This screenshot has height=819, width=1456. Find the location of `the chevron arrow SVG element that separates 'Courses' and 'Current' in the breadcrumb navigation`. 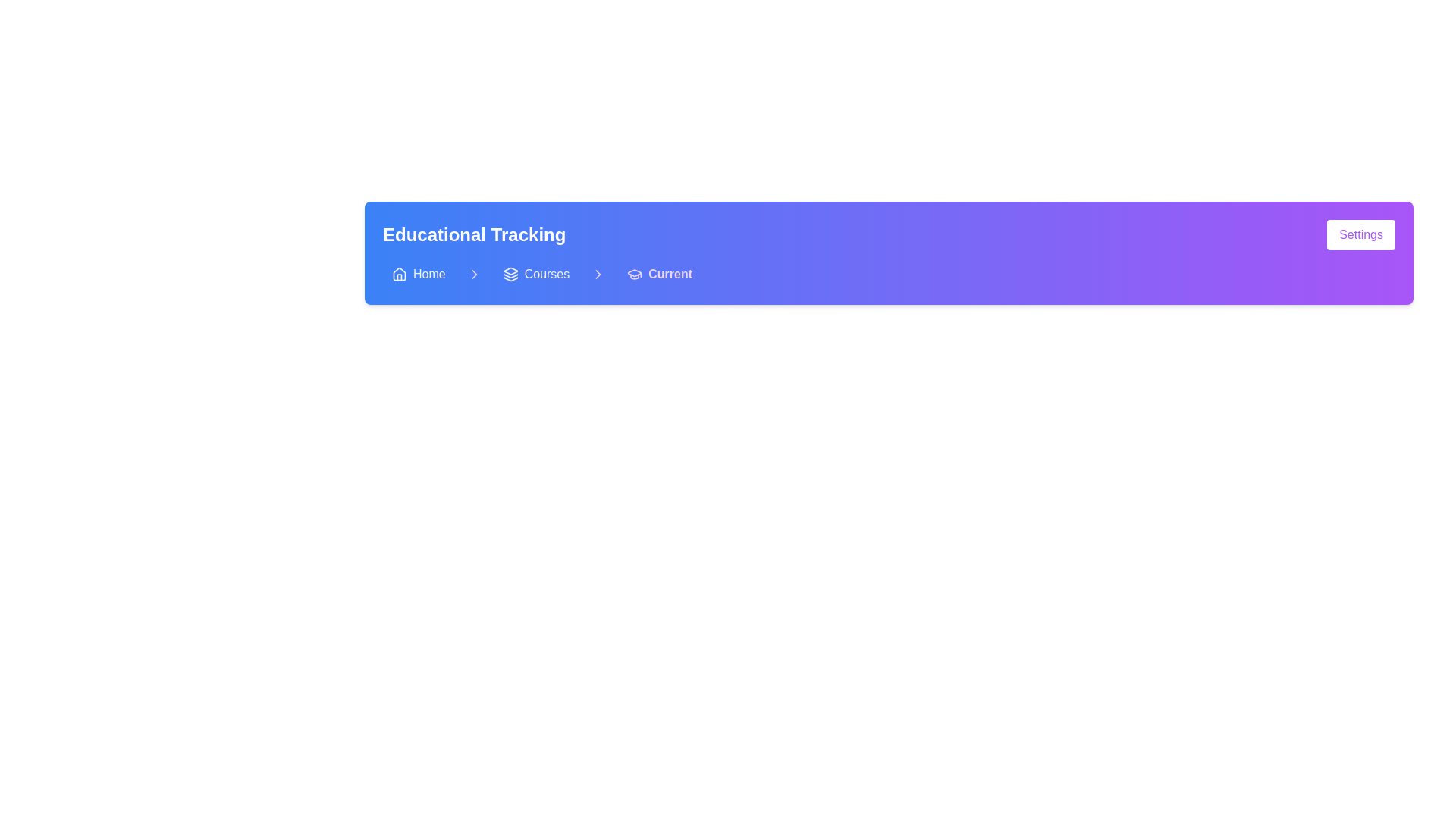

the chevron arrow SVG element that separates 'Courses' and 'Current' in the breadcrumb navigation is located at coordinates (598, 275).